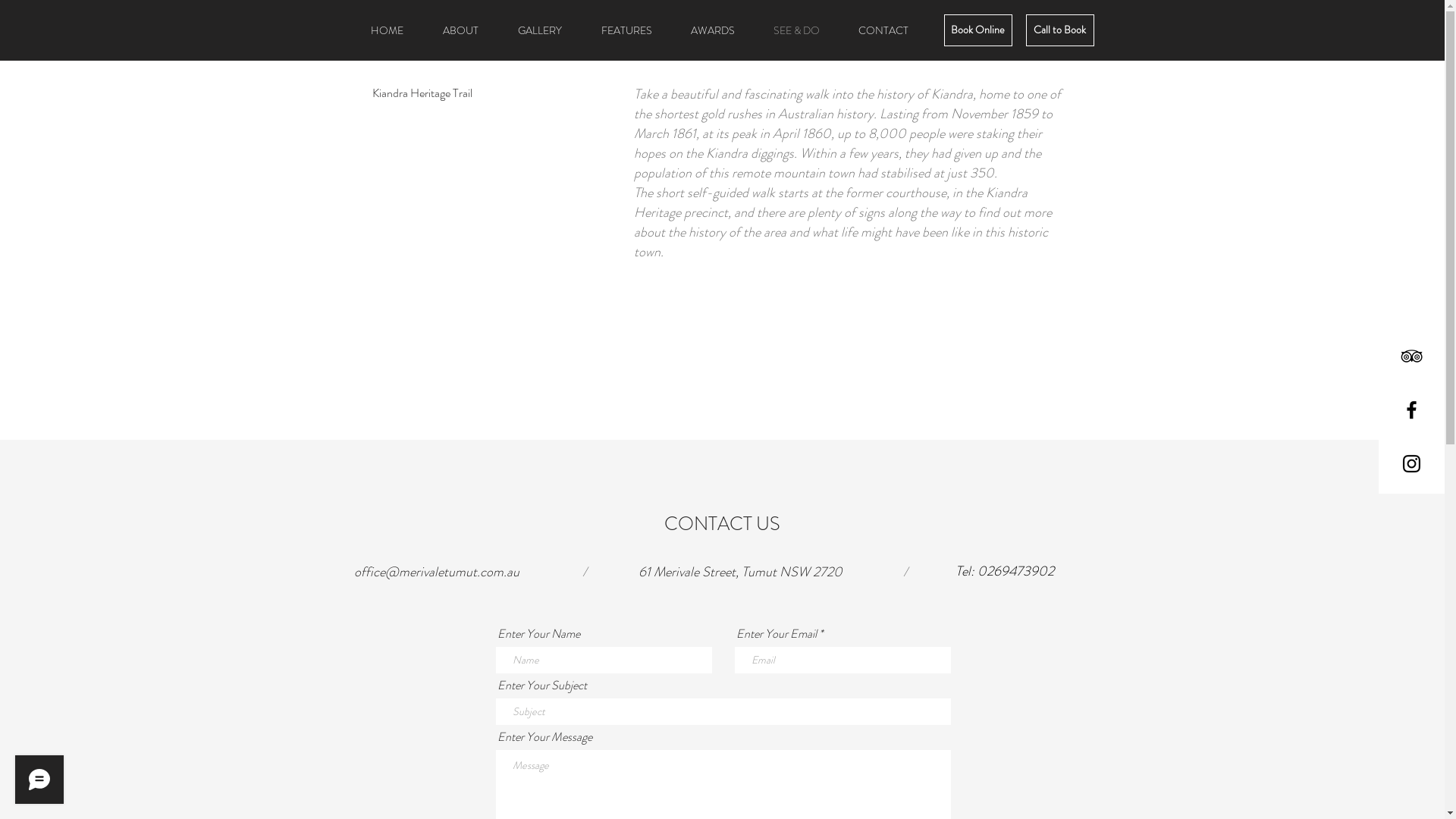 Image resolution: width=1456 pixels, height=819 pixels. Describe the element at coordinates (1004, 571) in the screenshot. I see `'Tel: 0269473902'` at that location.